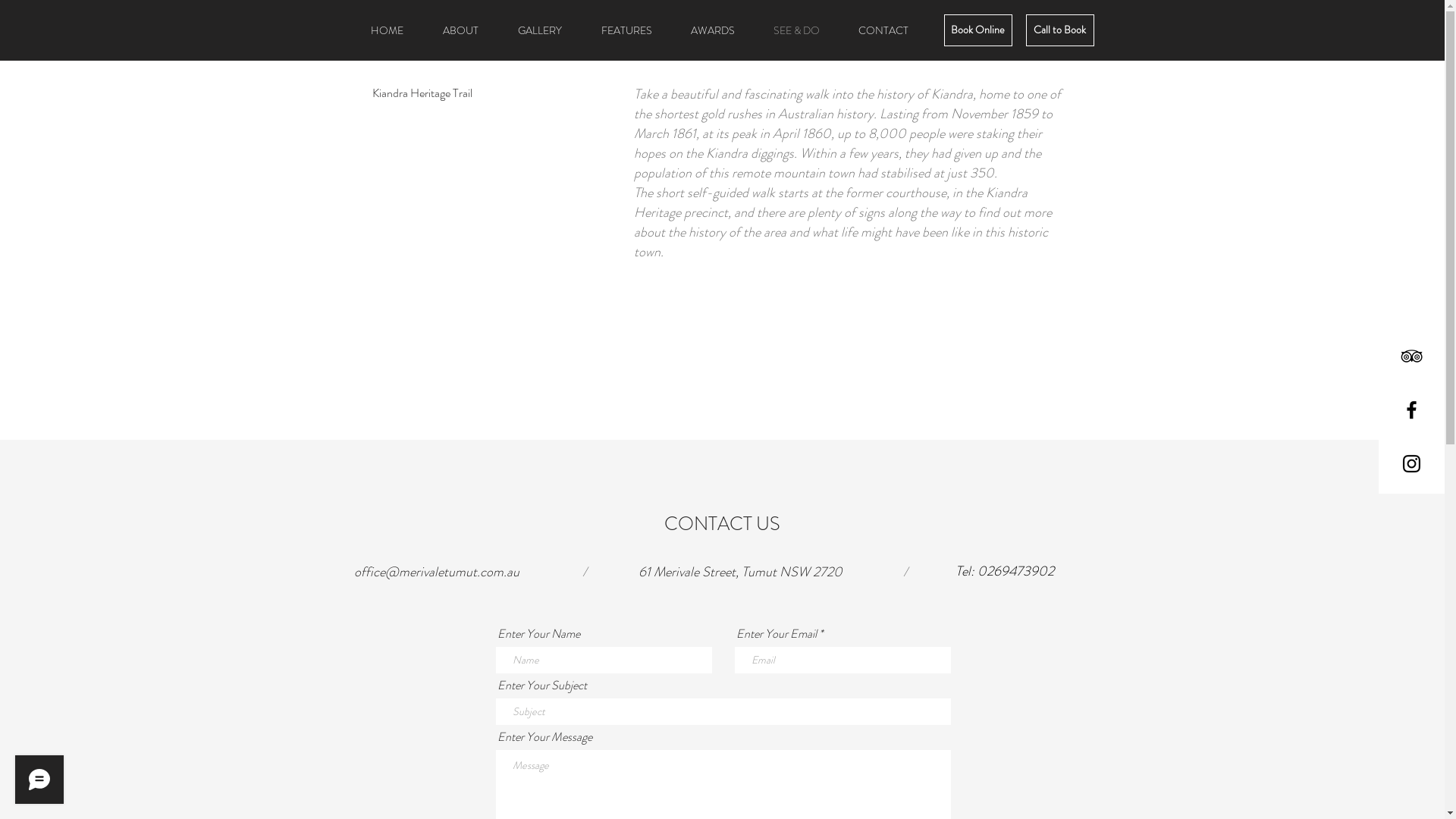 Image resolution: width=1456 pixels, height=819 pixels. Describe the element at coordinates (1004, 571) in the screenshot. I see `'Tel: 0269473902'` at that location.